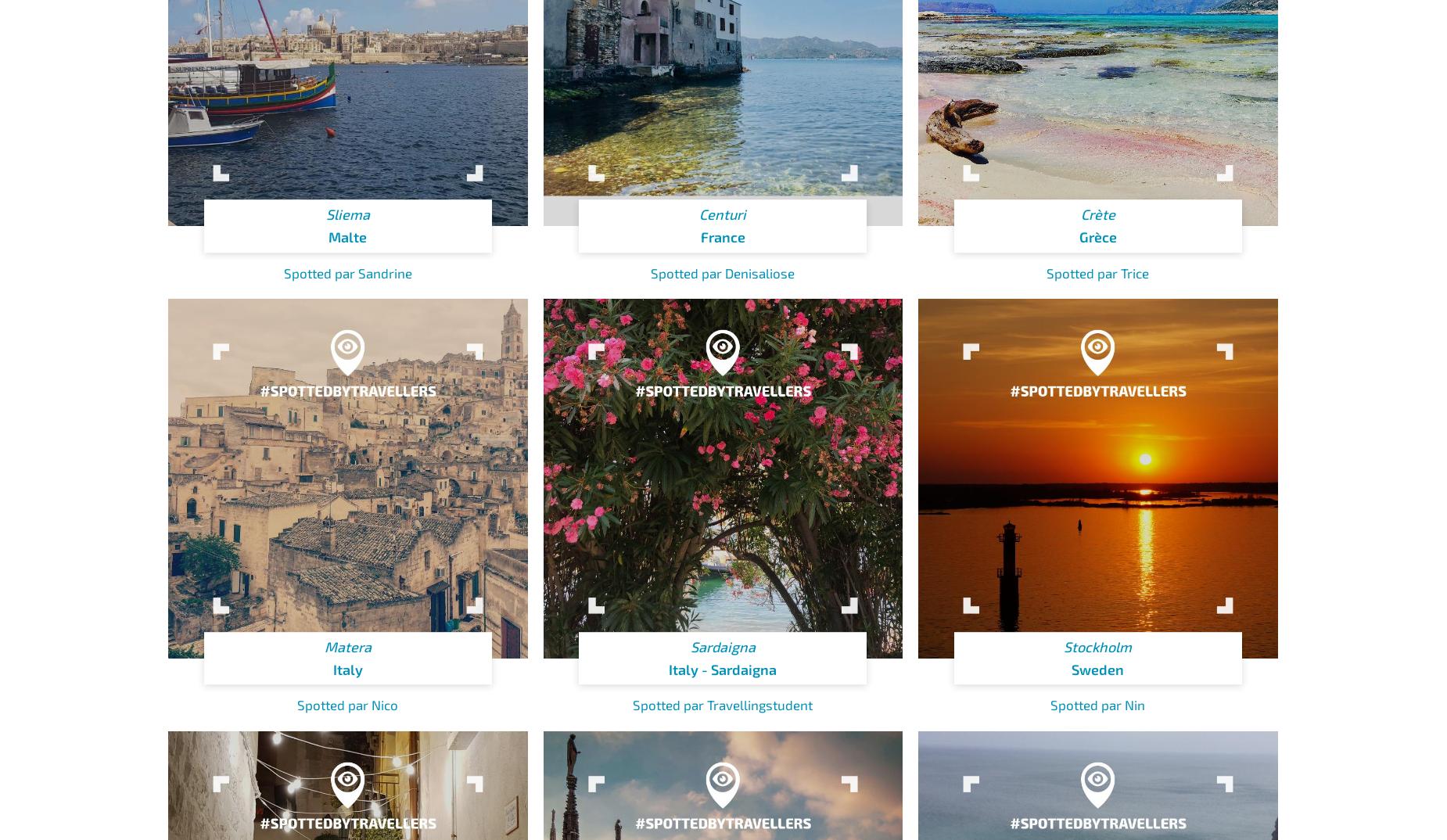  Describe the element at coordinates (1077, 236) in the screenshot. I see `'Grèce'` at that location.